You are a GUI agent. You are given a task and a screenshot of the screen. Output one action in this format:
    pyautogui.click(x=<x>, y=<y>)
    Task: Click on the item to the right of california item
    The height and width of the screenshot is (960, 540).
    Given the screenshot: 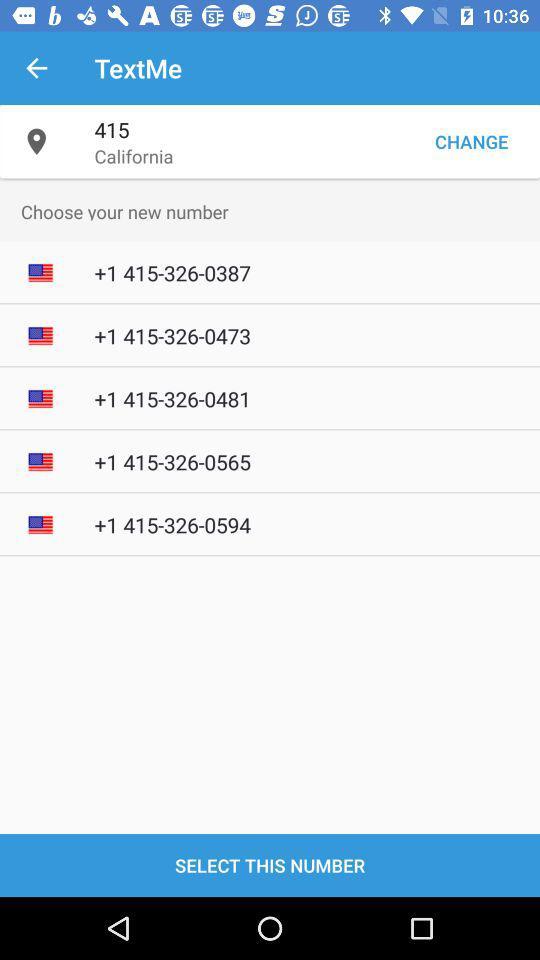 What is the action you would take?
    pyautogui.click(x=471, y=140)
    